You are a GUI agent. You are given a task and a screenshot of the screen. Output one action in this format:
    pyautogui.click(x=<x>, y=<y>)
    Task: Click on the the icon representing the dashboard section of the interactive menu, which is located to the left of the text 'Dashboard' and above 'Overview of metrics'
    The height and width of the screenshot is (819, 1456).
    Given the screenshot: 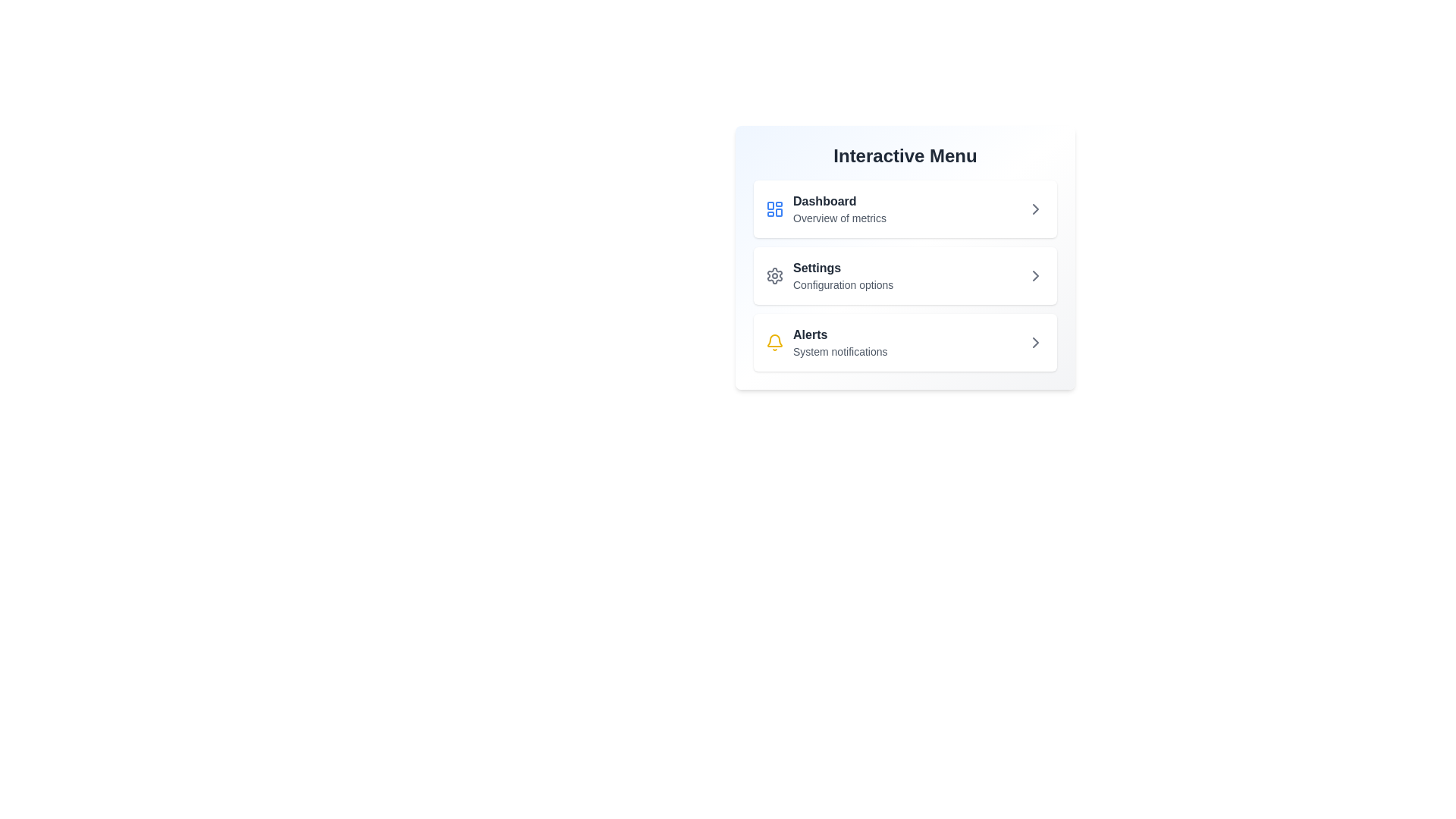 What is the action you would take?
    pyautogui.click(x=775, y=209)
    